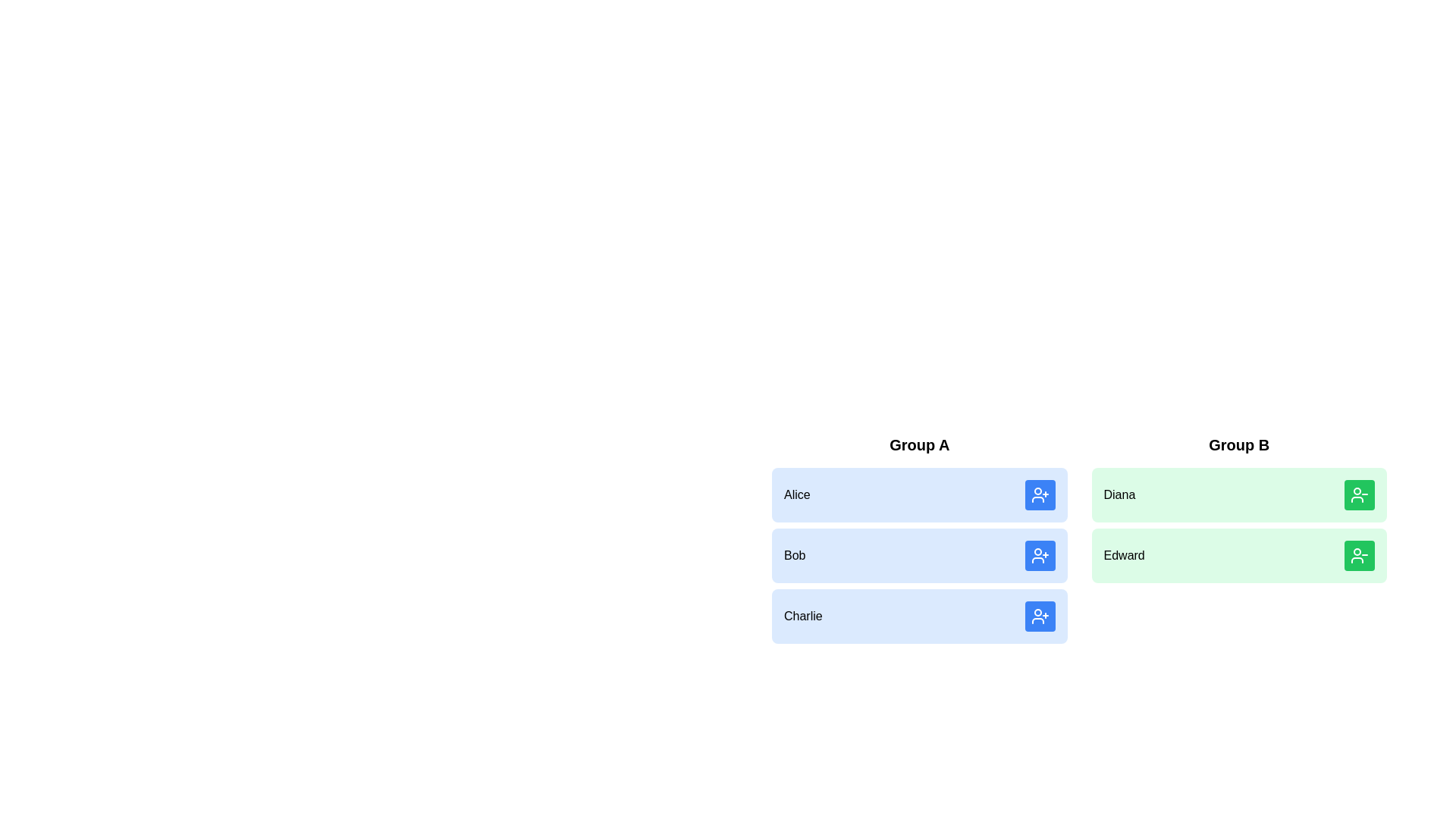 The image size is (1456, 819). I want to click on button next to 'Diana' in Group B to transfer her to Group A, so click(1360, 494).